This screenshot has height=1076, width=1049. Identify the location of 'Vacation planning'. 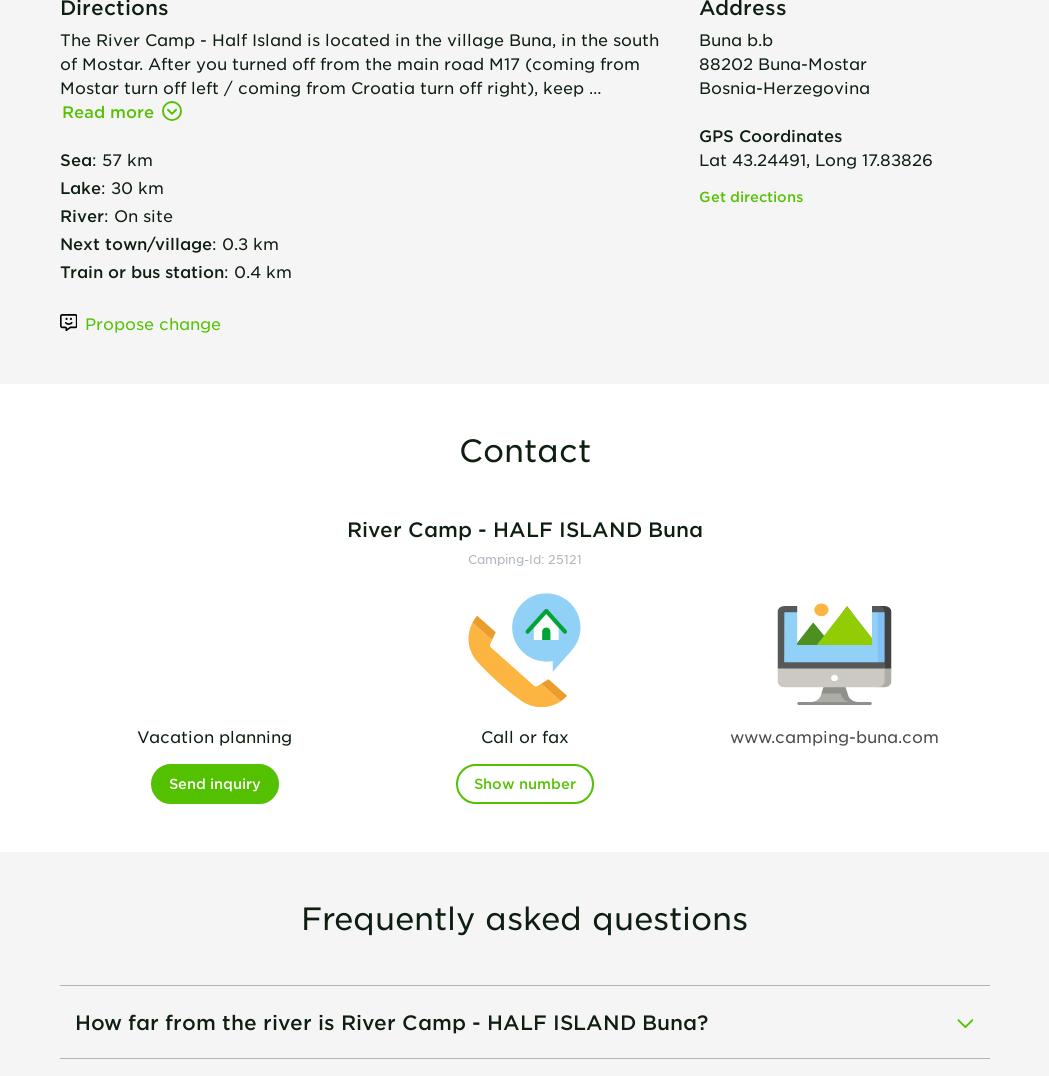
(214, 734).